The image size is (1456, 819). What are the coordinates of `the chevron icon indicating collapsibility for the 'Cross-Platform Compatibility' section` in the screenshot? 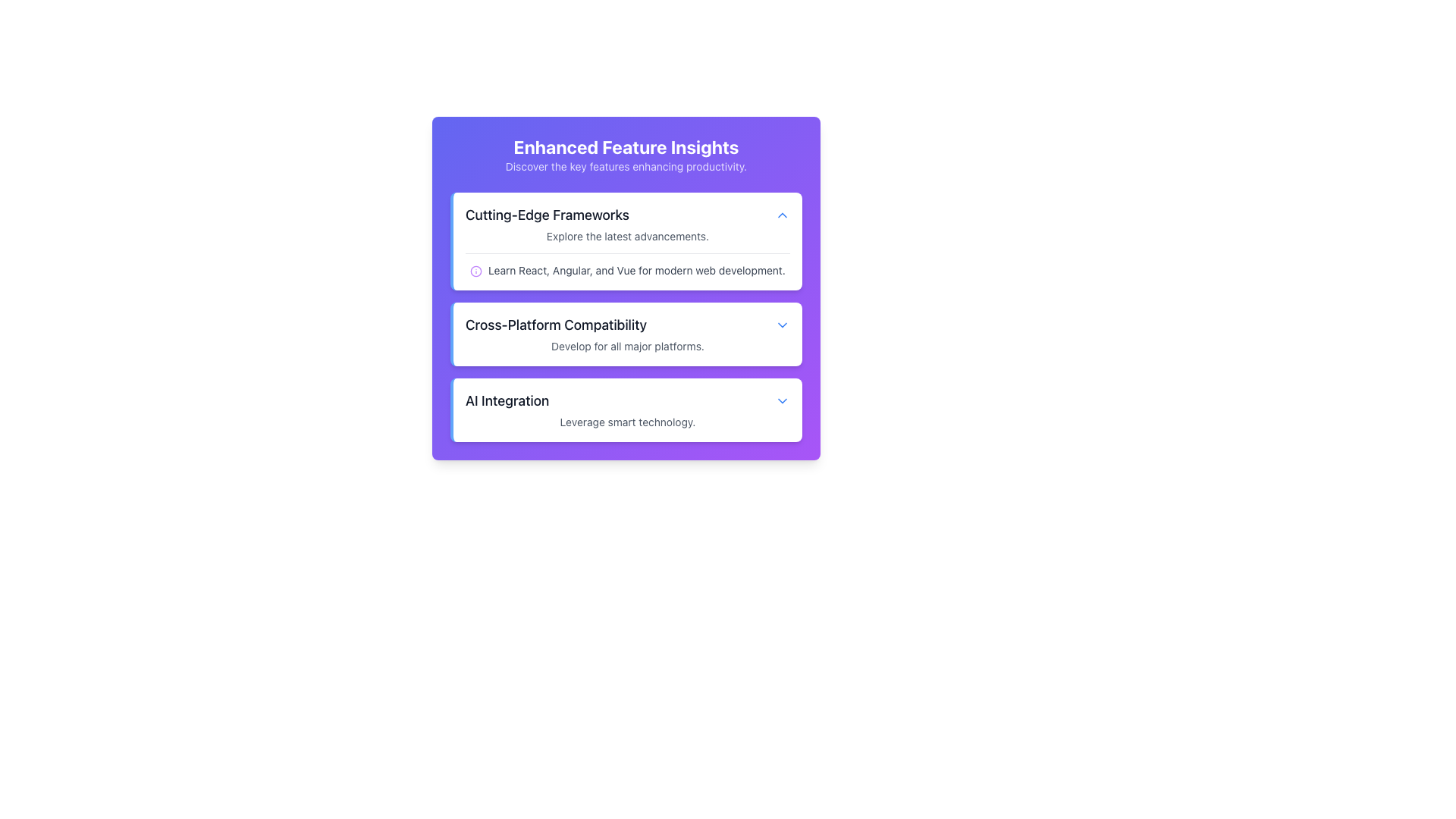 It's located at (783, 324).